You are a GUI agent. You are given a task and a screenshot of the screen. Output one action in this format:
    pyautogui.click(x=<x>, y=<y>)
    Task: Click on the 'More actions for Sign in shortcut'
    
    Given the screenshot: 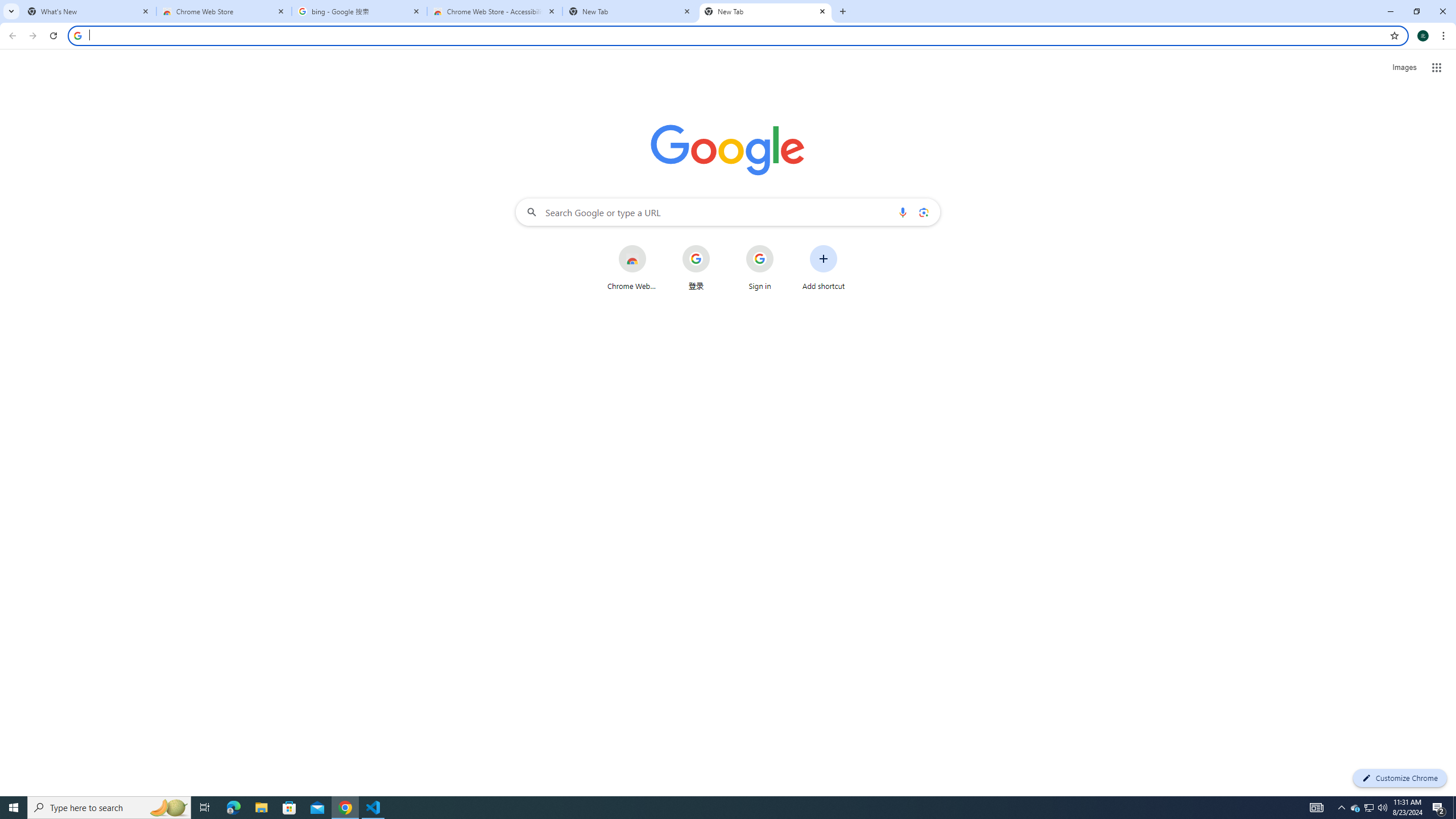 What is the action you would take?
    pyautogui.click(x=782, y=246)
    